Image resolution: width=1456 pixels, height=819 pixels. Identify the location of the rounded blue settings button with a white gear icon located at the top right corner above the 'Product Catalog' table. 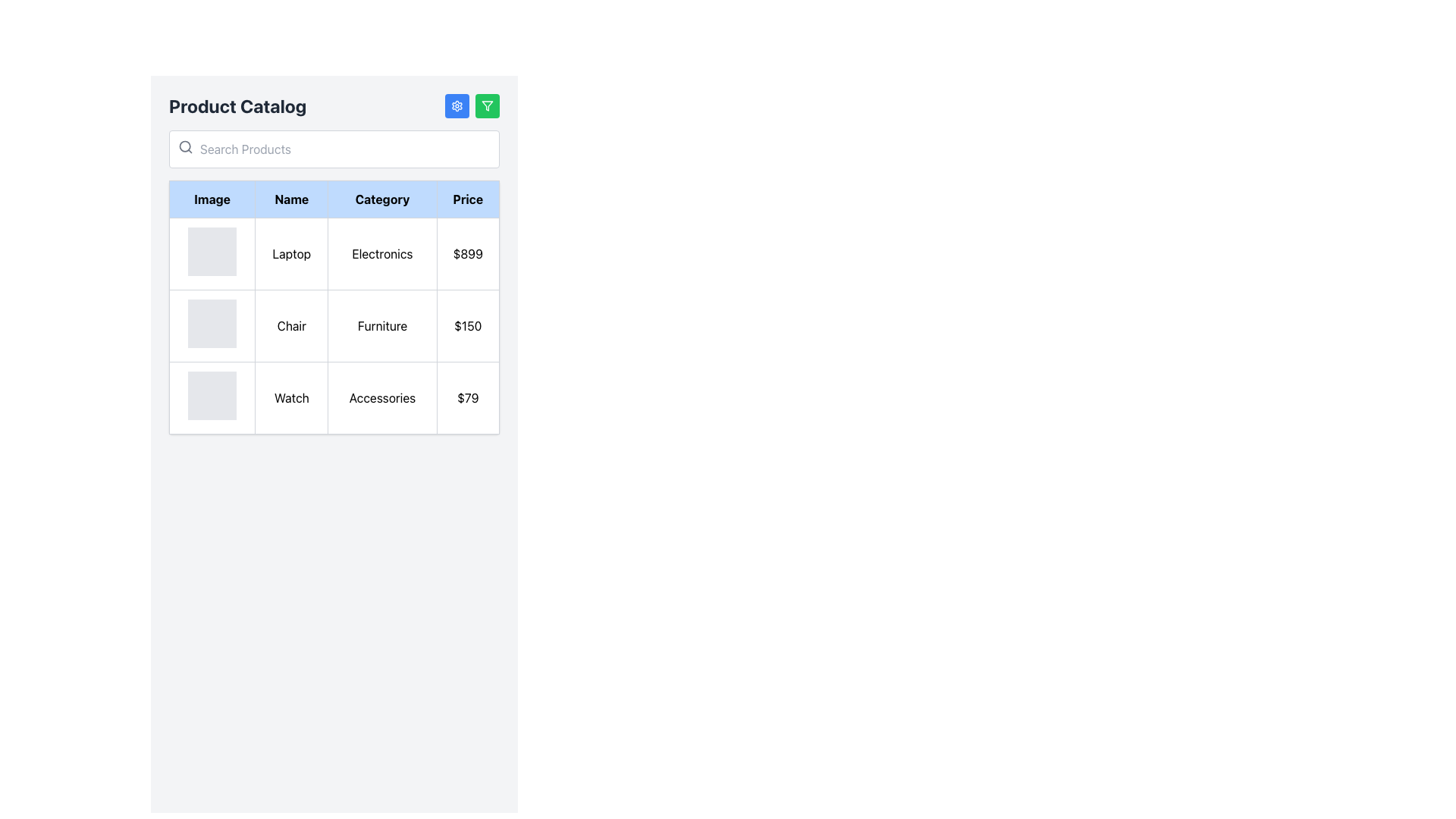
(457, 105).